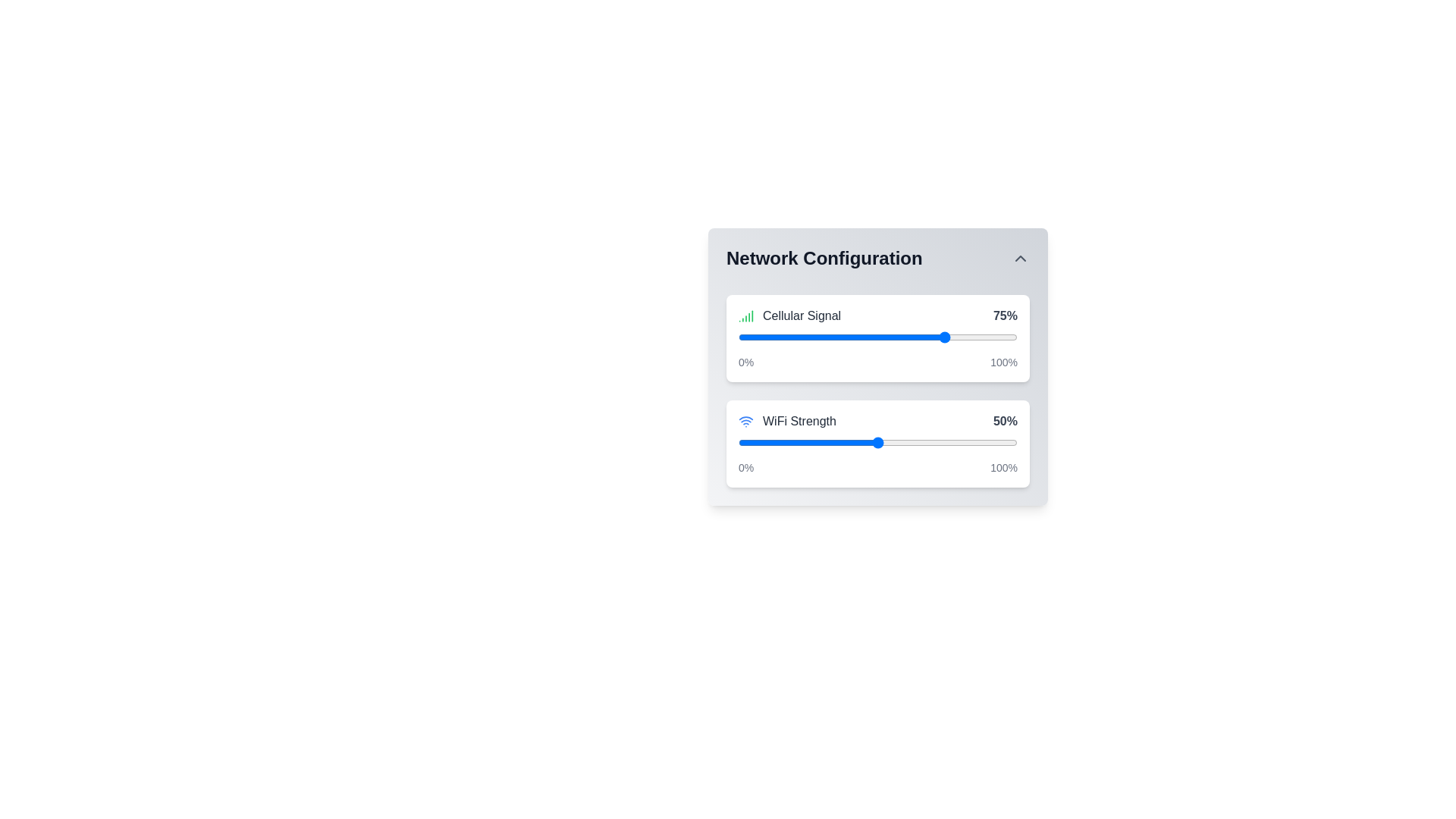 The image size is (1456, 819). What do you see at coordinates (746, 467) in the screenshot?
I see `static text label displaying '0%' which indicates the starting percentage of the 'Cellular Signal' slider control, located at the left end of the slider` at bounding box center [746, 467].